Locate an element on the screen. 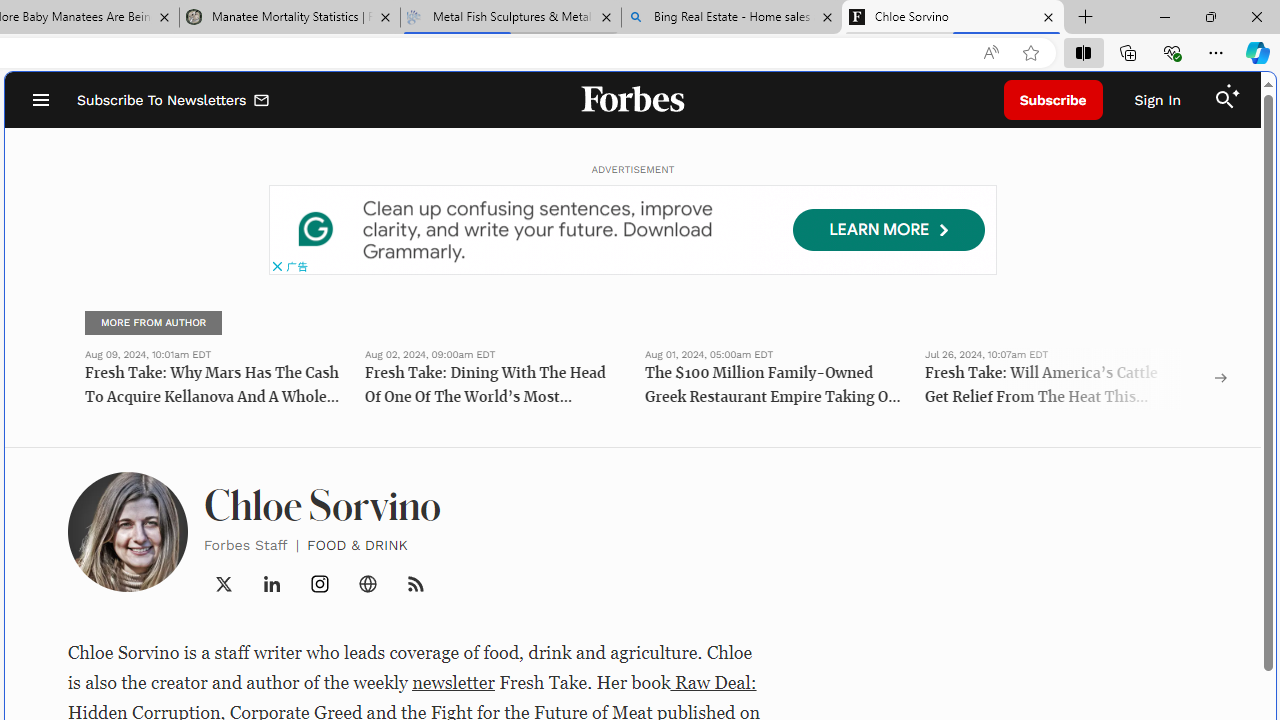  'Class: sparkles_svg__fs-icon sparkles_svg__fs-icon--sparkles' is located at coordinates (1232, 91).